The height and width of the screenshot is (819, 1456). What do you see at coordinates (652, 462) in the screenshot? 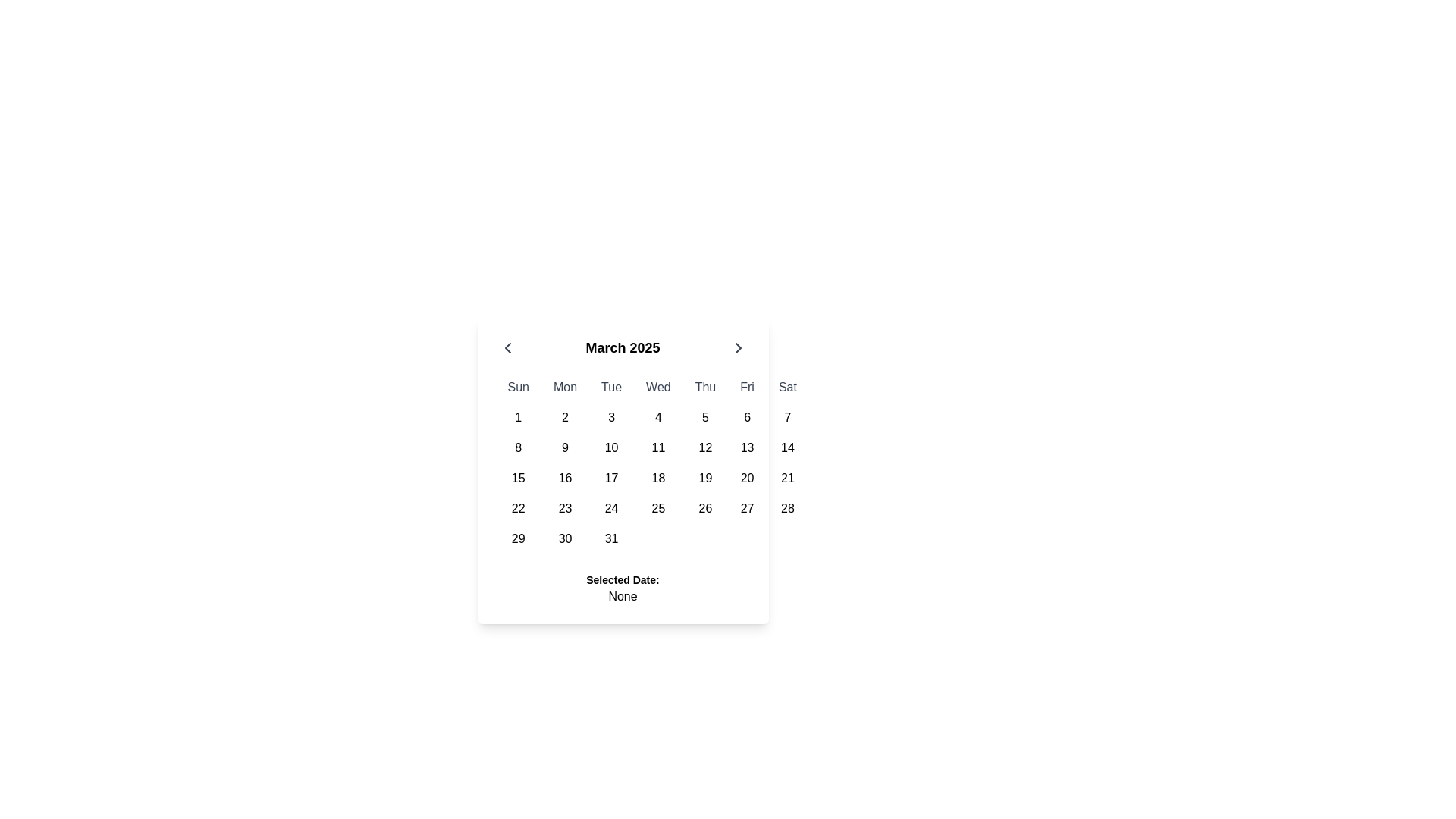
I see `a date in the Calendar grid element located below the 'March 2025' title` at bounding box center [652, 462].